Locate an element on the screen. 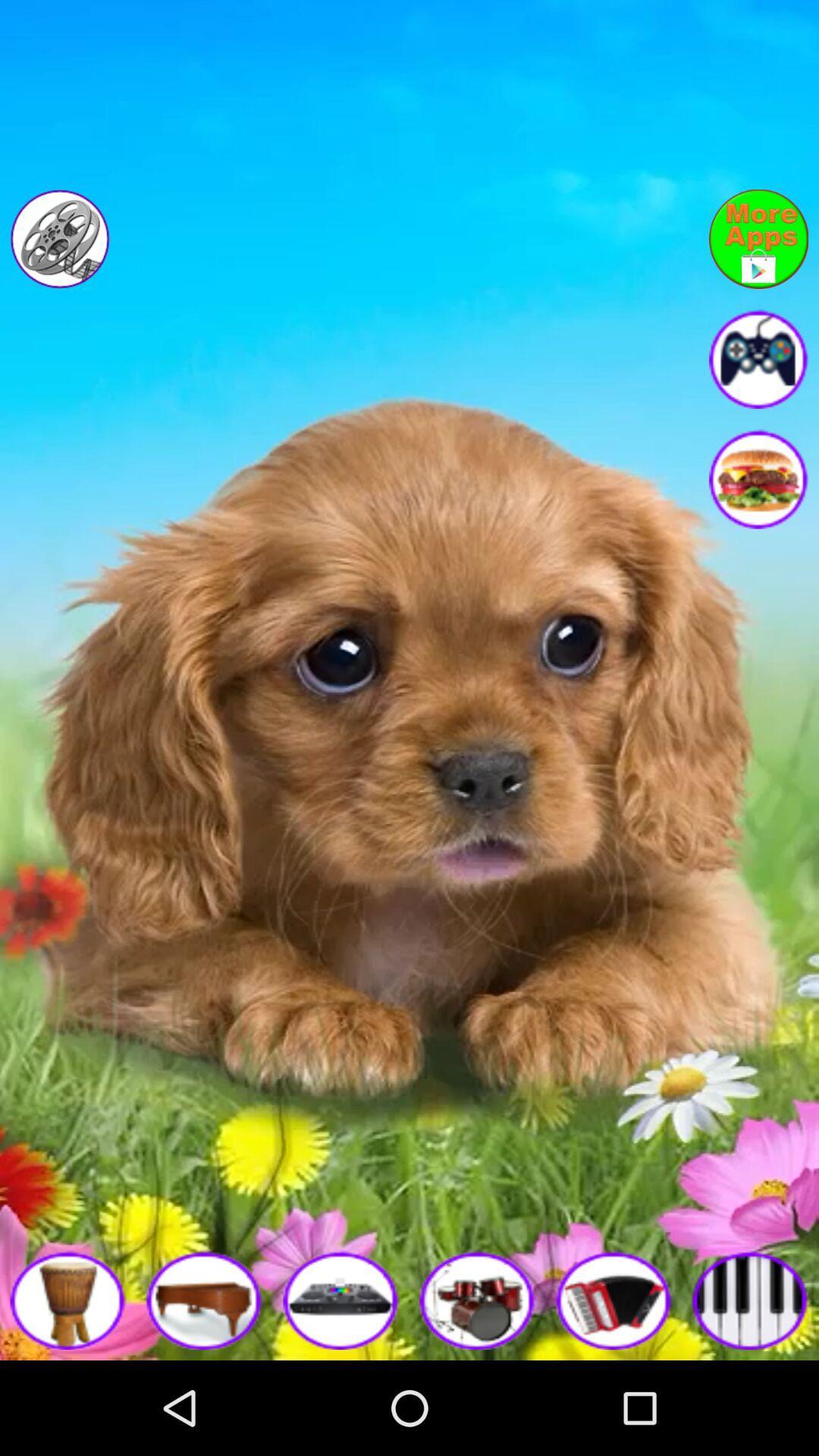 This screenshot has height=1456, width=819. movies is located at coordinates (59, 238).